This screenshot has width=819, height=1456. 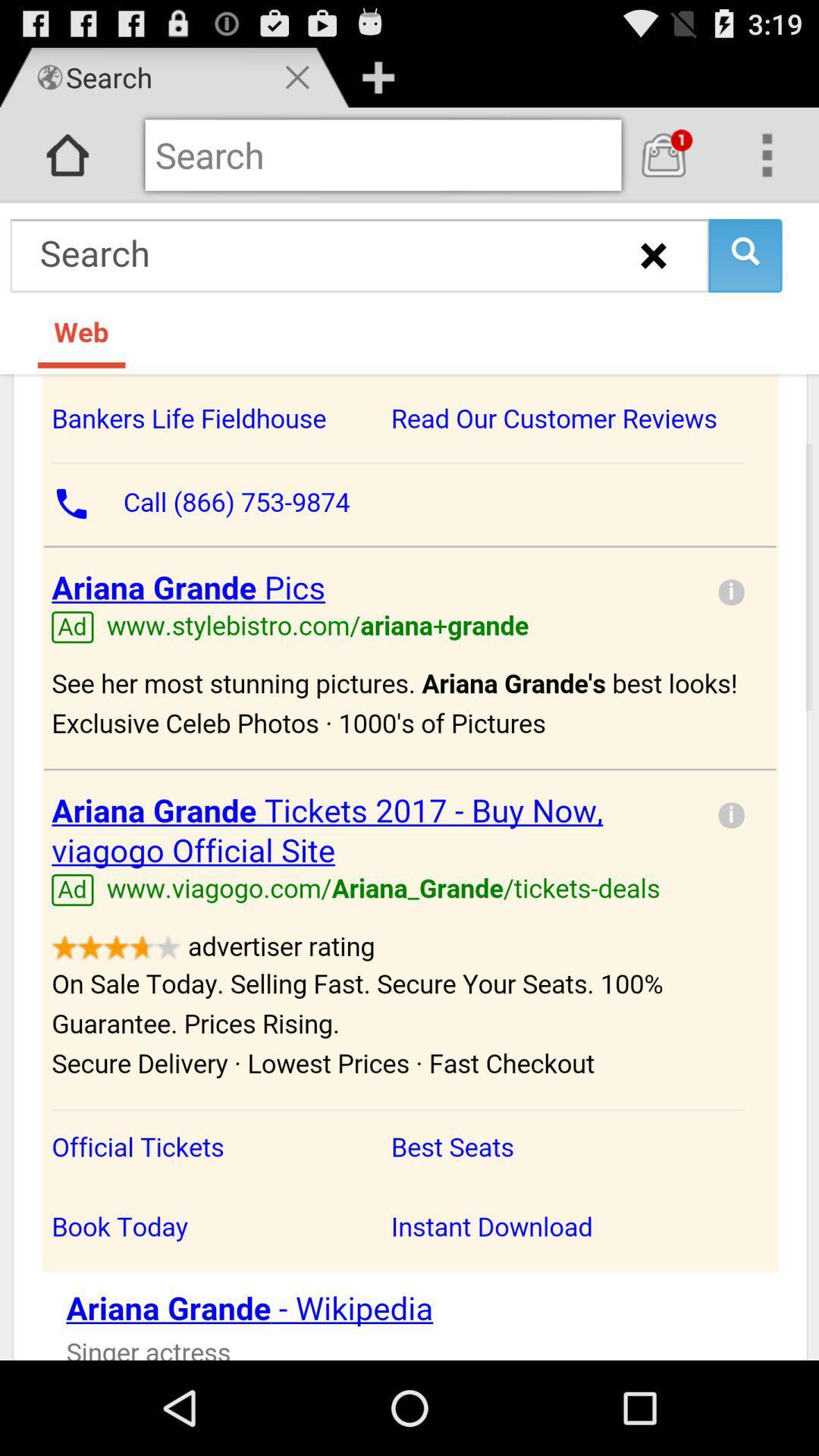 I want to click on the more icon, so click(x=767, y=166).